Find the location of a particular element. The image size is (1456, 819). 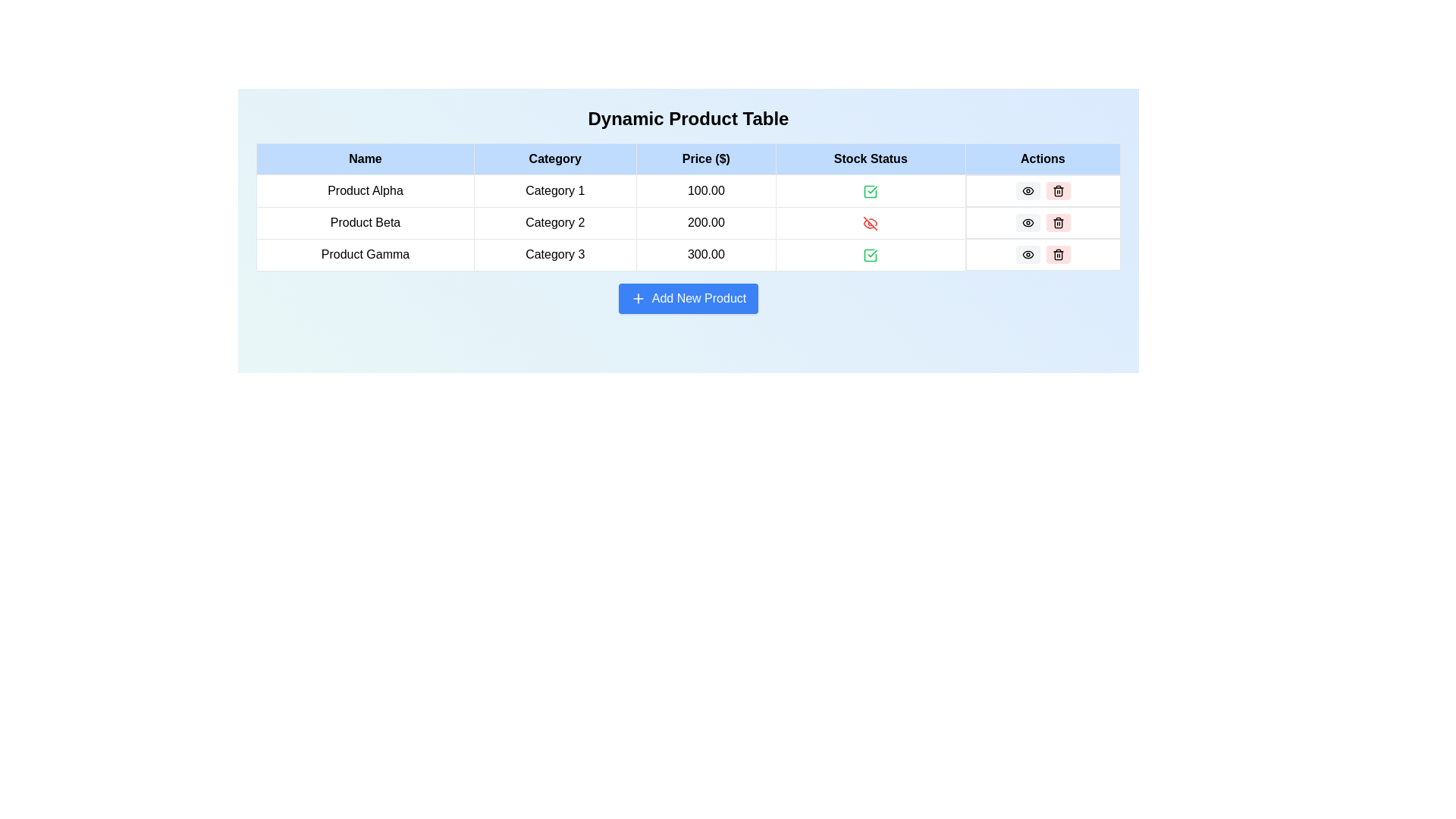

the first action button in the 'Actions' column of the second row of the product table, which has a rounded gray background that changes to purple upon hover is located at coordinates (1028, 190).